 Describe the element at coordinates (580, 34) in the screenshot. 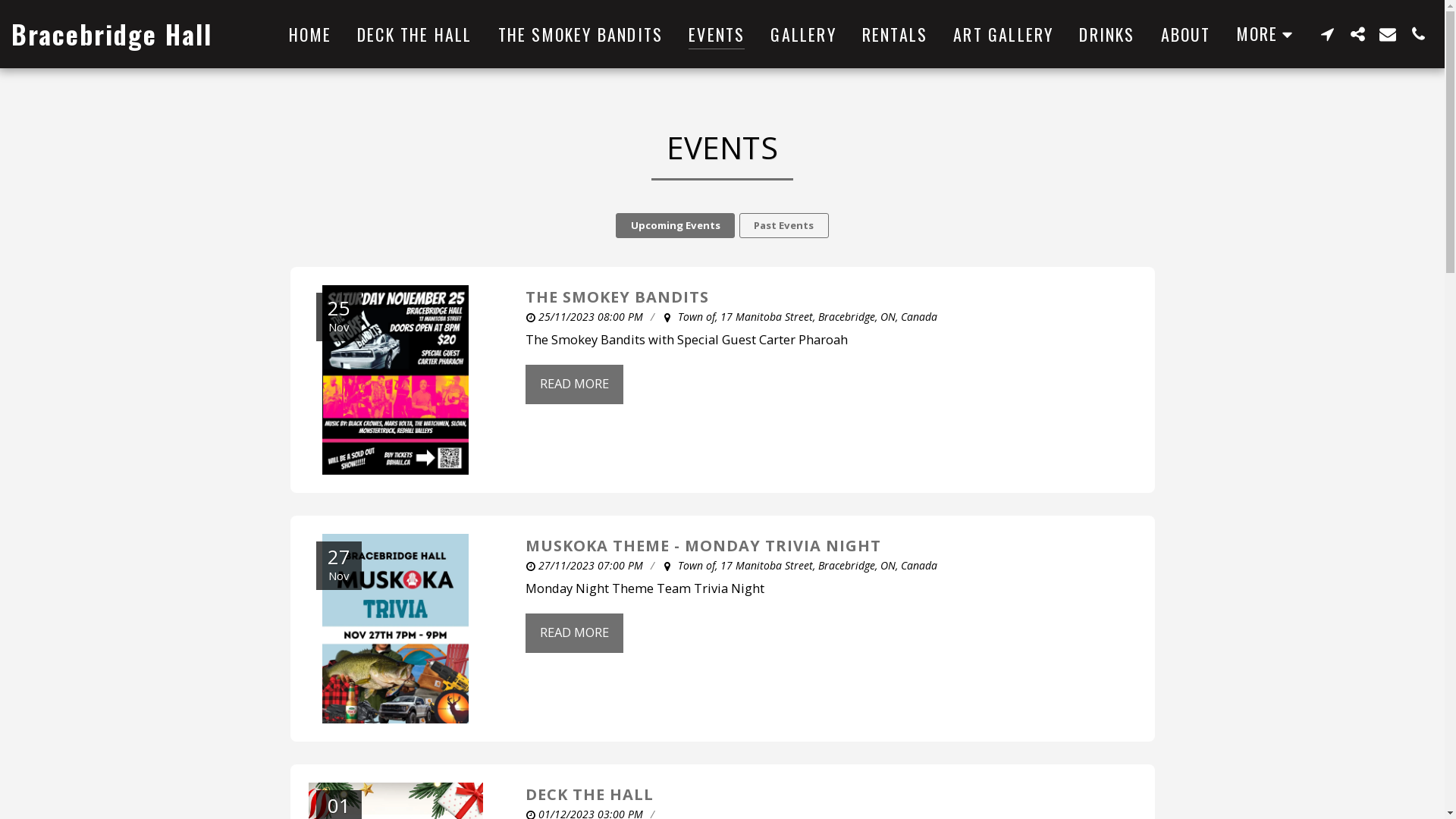

I see `'THE SMOKEY BANDITS'` at that location.